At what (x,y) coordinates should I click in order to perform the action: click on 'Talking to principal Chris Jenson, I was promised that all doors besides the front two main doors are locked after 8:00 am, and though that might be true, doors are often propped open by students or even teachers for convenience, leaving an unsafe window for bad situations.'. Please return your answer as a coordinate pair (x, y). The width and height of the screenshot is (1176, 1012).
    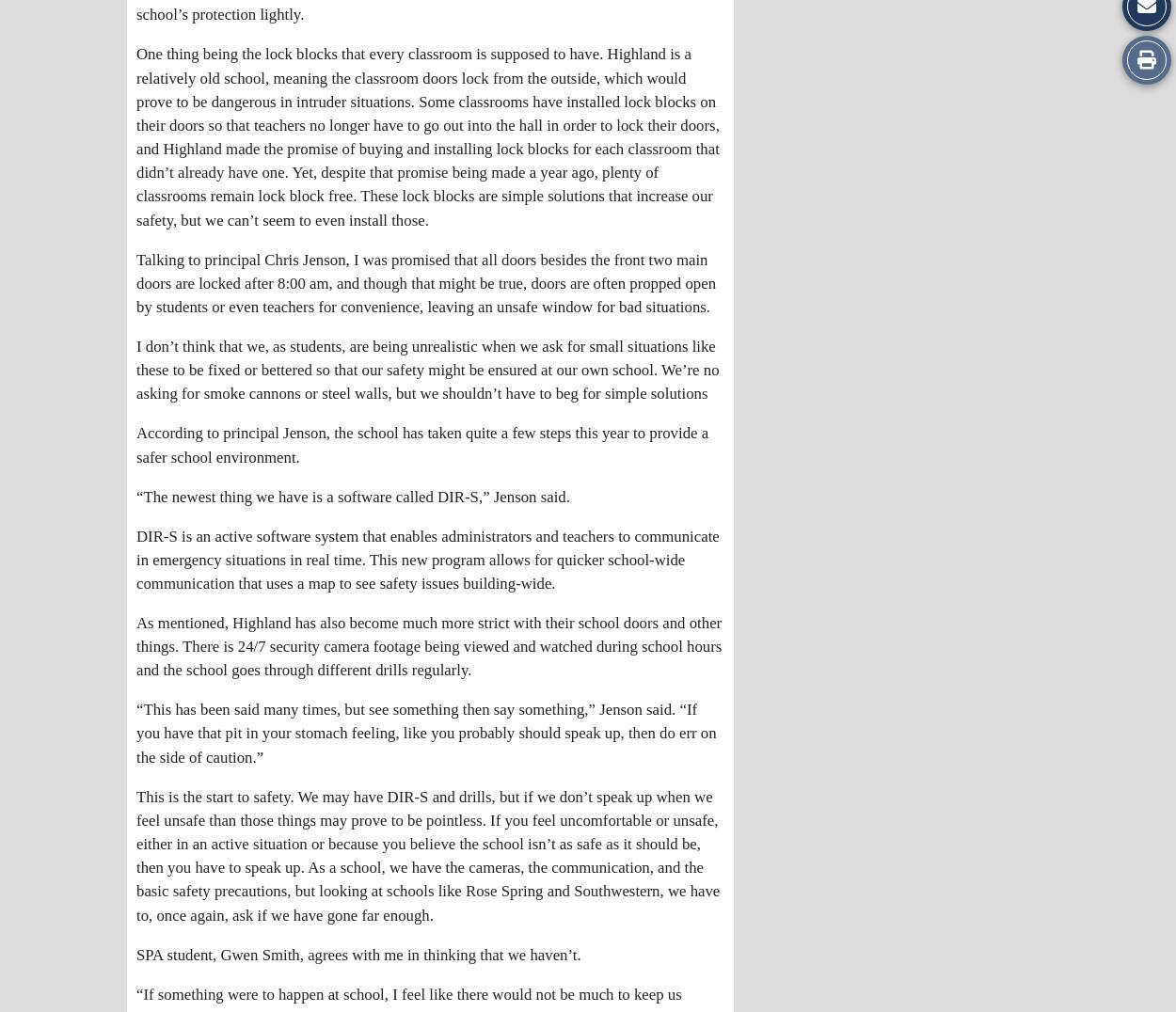
    Looking at the image, I should click on (425, 281).